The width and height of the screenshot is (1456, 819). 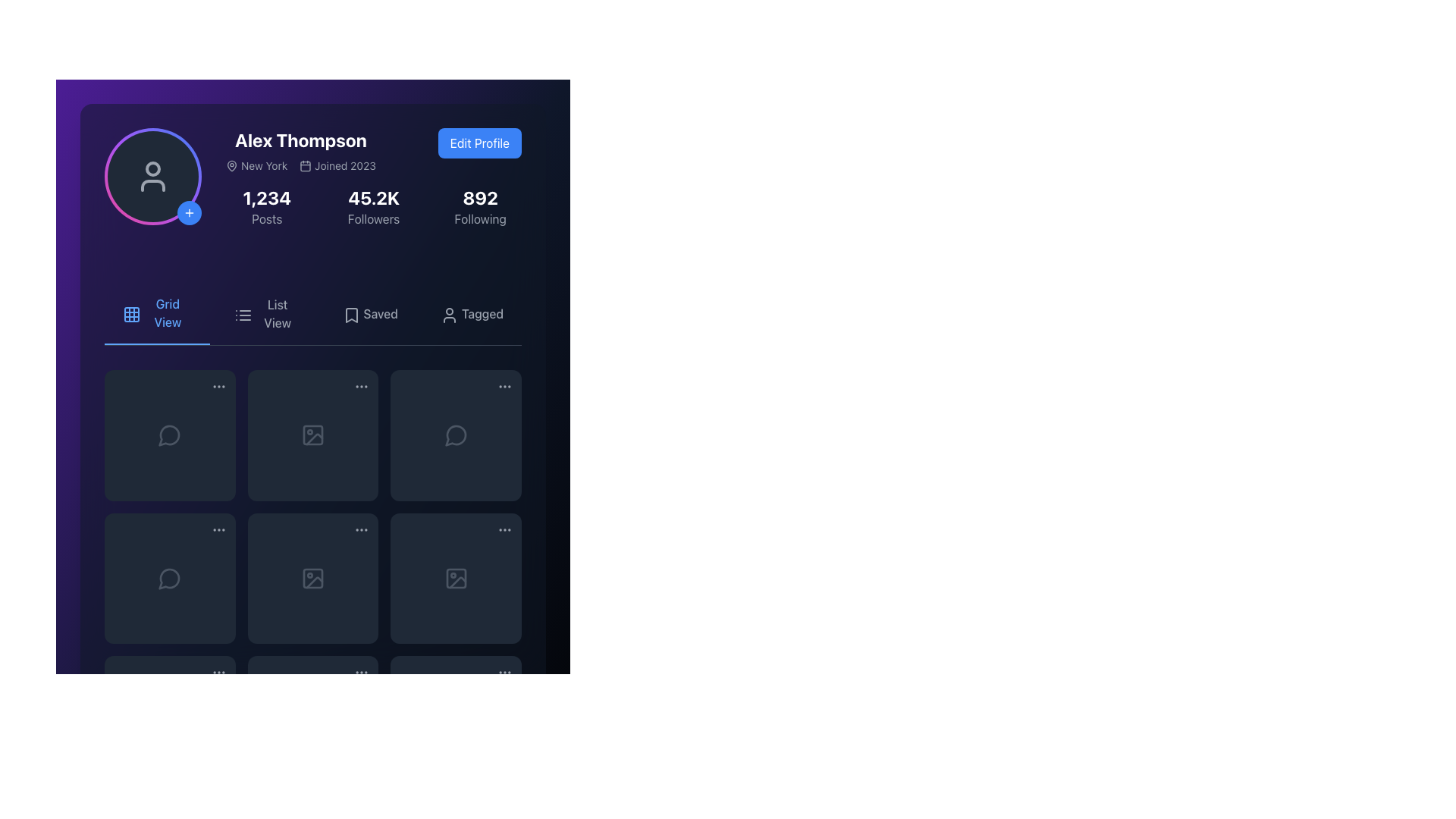 What do you see at coordinates (267, 207) in the screenshot?
I see `count of posts metric displayed as the leftmost item in the profile header's horizontal layout` at bounding box center [267, 207].